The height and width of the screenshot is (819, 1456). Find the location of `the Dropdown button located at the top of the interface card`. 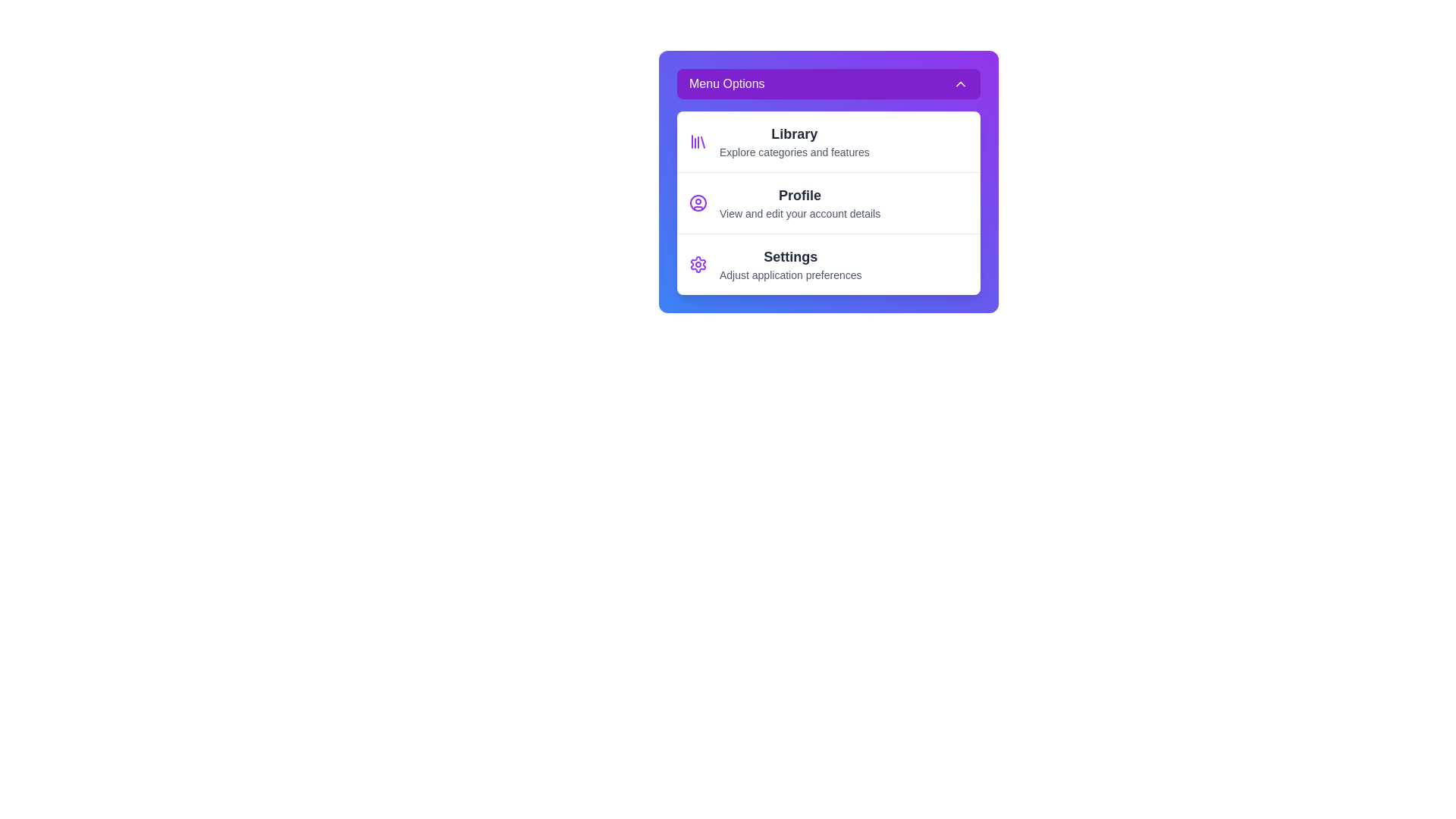

the Dropdown button located at the top of the interface card is located at coordinates (828, 84).